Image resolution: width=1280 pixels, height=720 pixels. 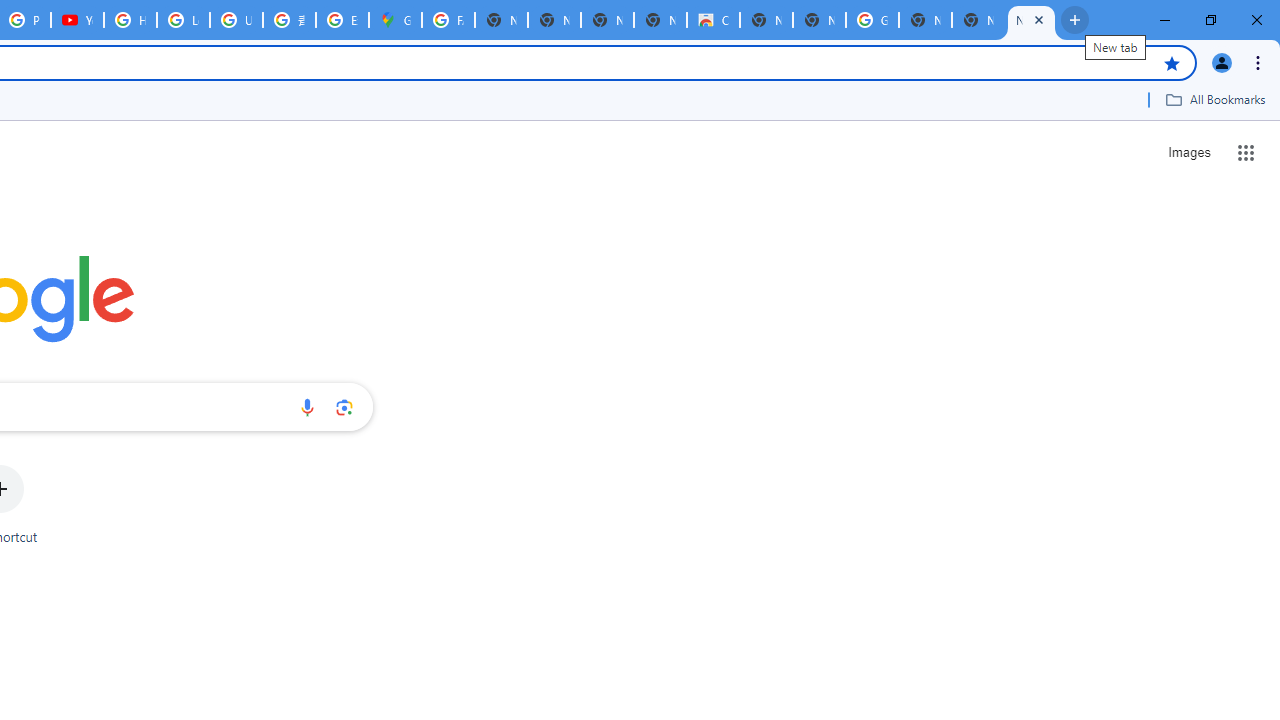 What do you see at coordinates (306, 406) in the screenshot?
I see `'Search by voice'` at bounding box center [306, 406].